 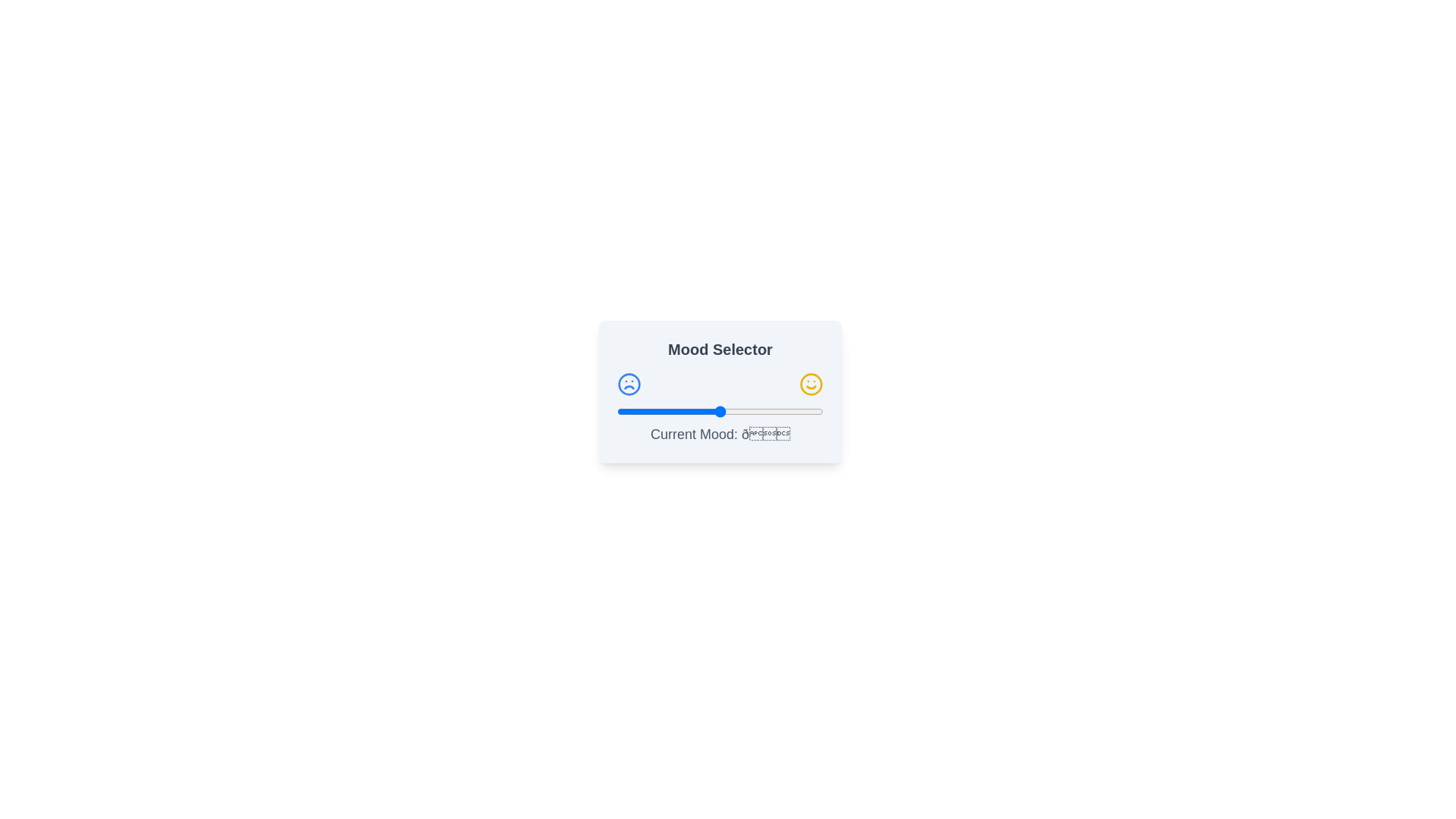 I want to click on the slider to set the mood value to 13, so click(x=644, y=412).